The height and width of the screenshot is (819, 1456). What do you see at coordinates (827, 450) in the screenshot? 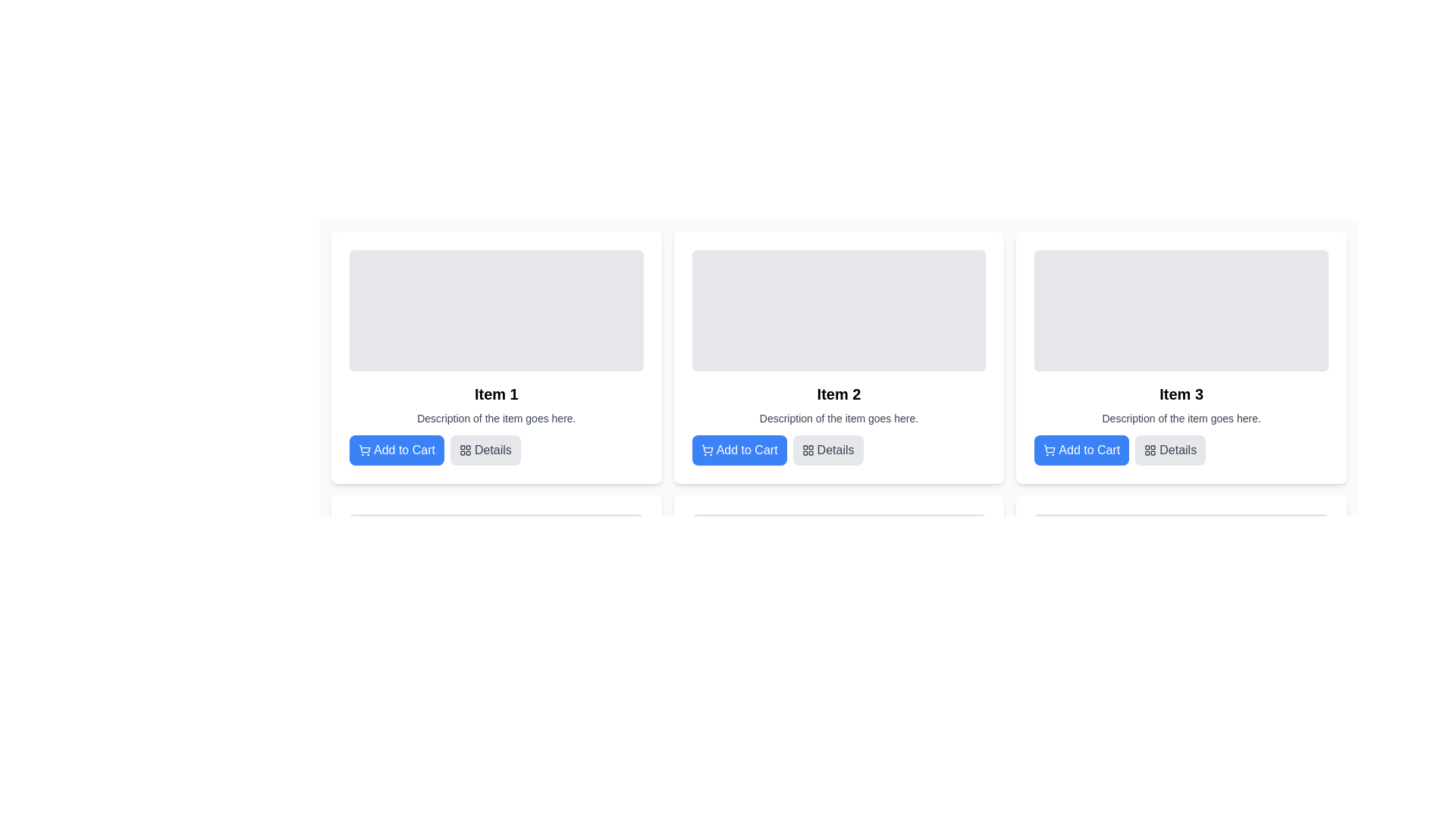
I see `the button that allows users` at bounding box center [827, 450].